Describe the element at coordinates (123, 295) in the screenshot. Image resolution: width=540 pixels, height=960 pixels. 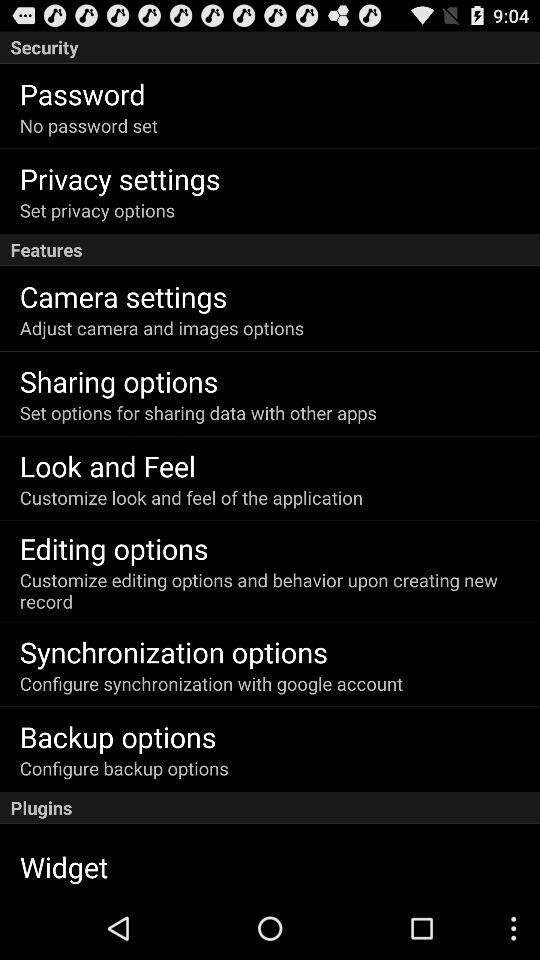
I see `item below the features icon` at that location.